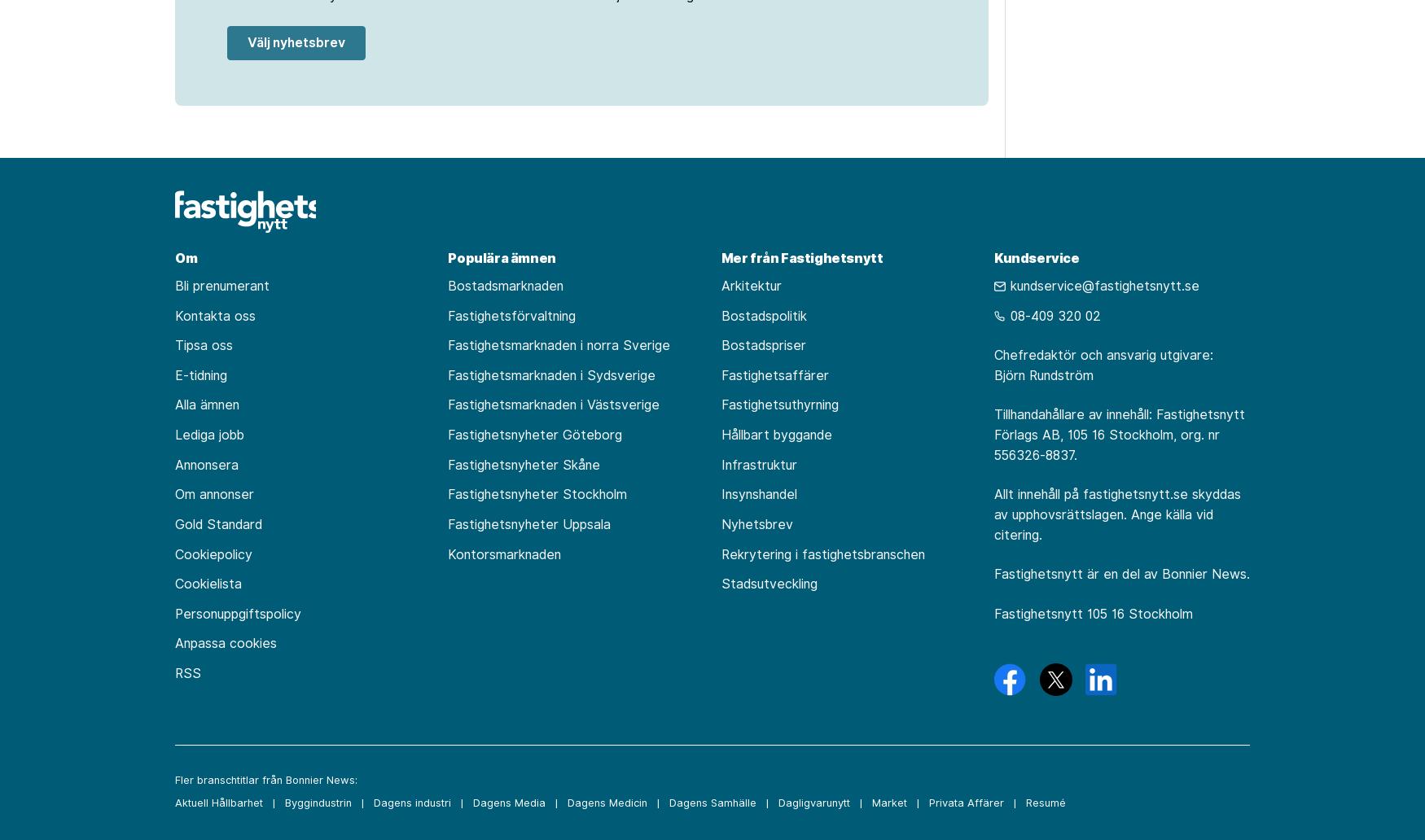 The image size is (1425, 840). What do you see at coordinates (1035, 256) in the screenshot?
I see `'Kundservice'` at bounding box center [1035, 256].